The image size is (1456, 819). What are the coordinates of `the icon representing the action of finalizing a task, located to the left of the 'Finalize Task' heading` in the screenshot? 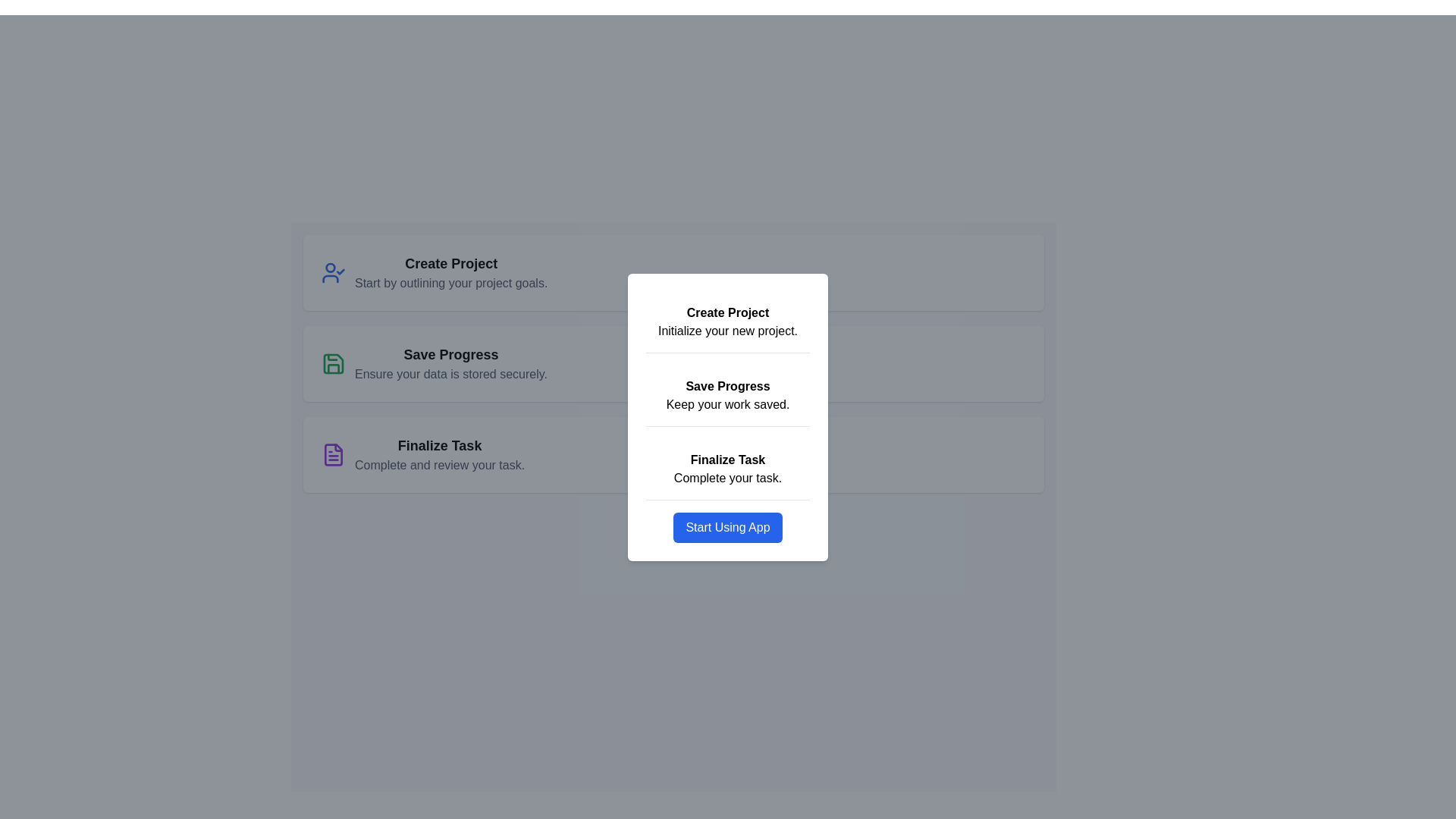 It's located at (333, 454).